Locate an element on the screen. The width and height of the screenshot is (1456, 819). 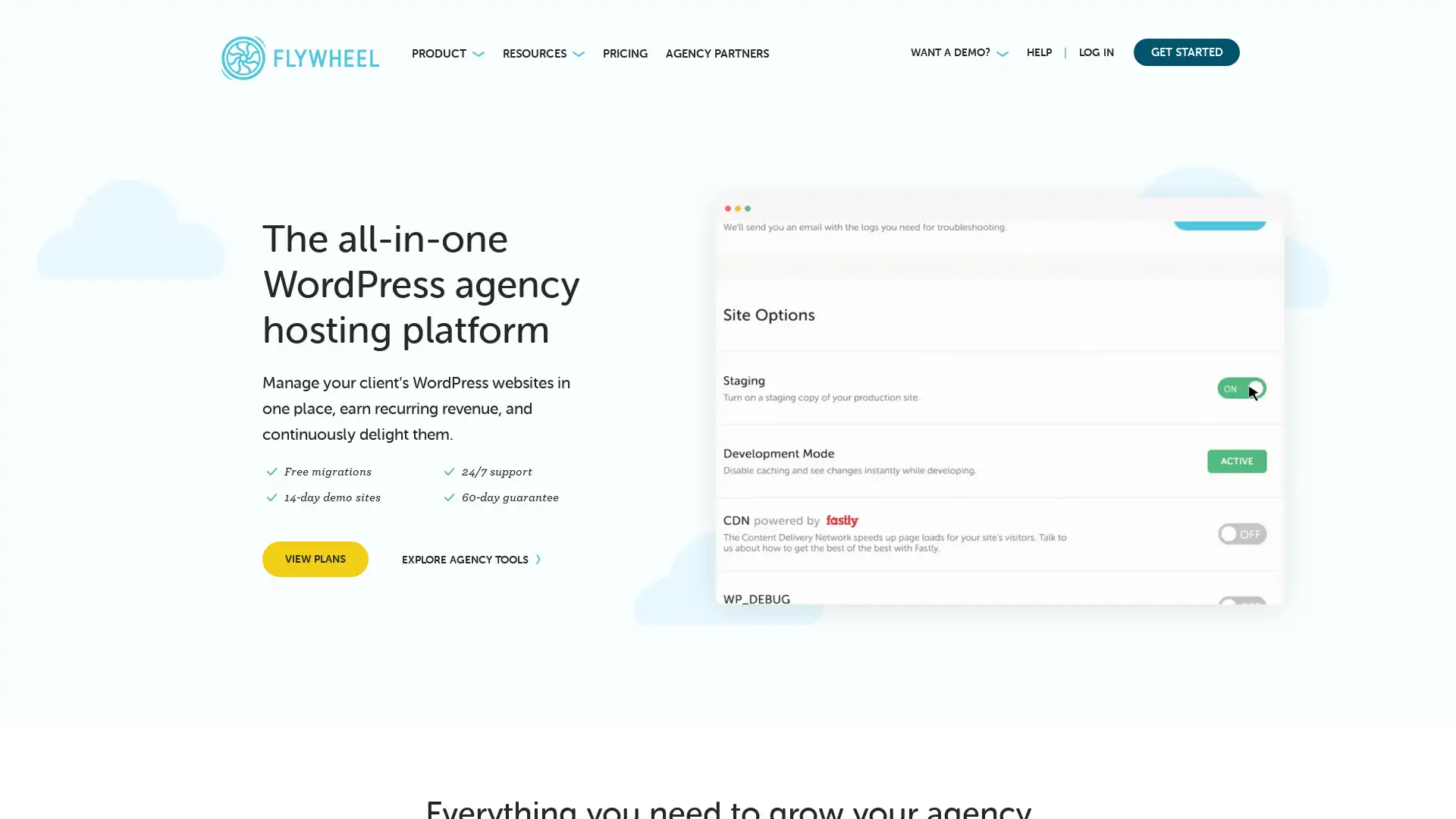
Close is located at coordinates (365, 643).